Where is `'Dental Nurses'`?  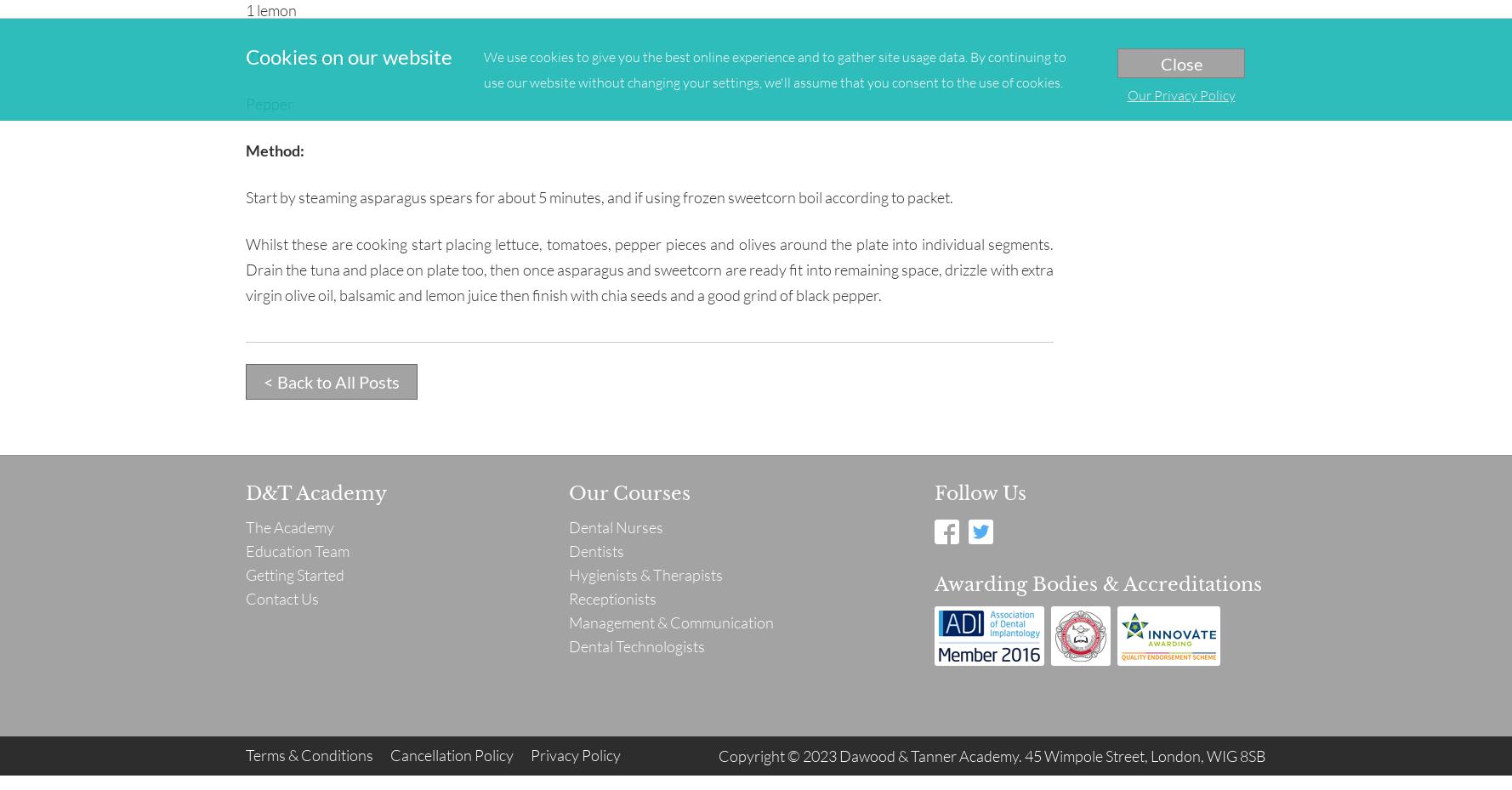 'Dental Nurses' is located at coordinates (615, 526).